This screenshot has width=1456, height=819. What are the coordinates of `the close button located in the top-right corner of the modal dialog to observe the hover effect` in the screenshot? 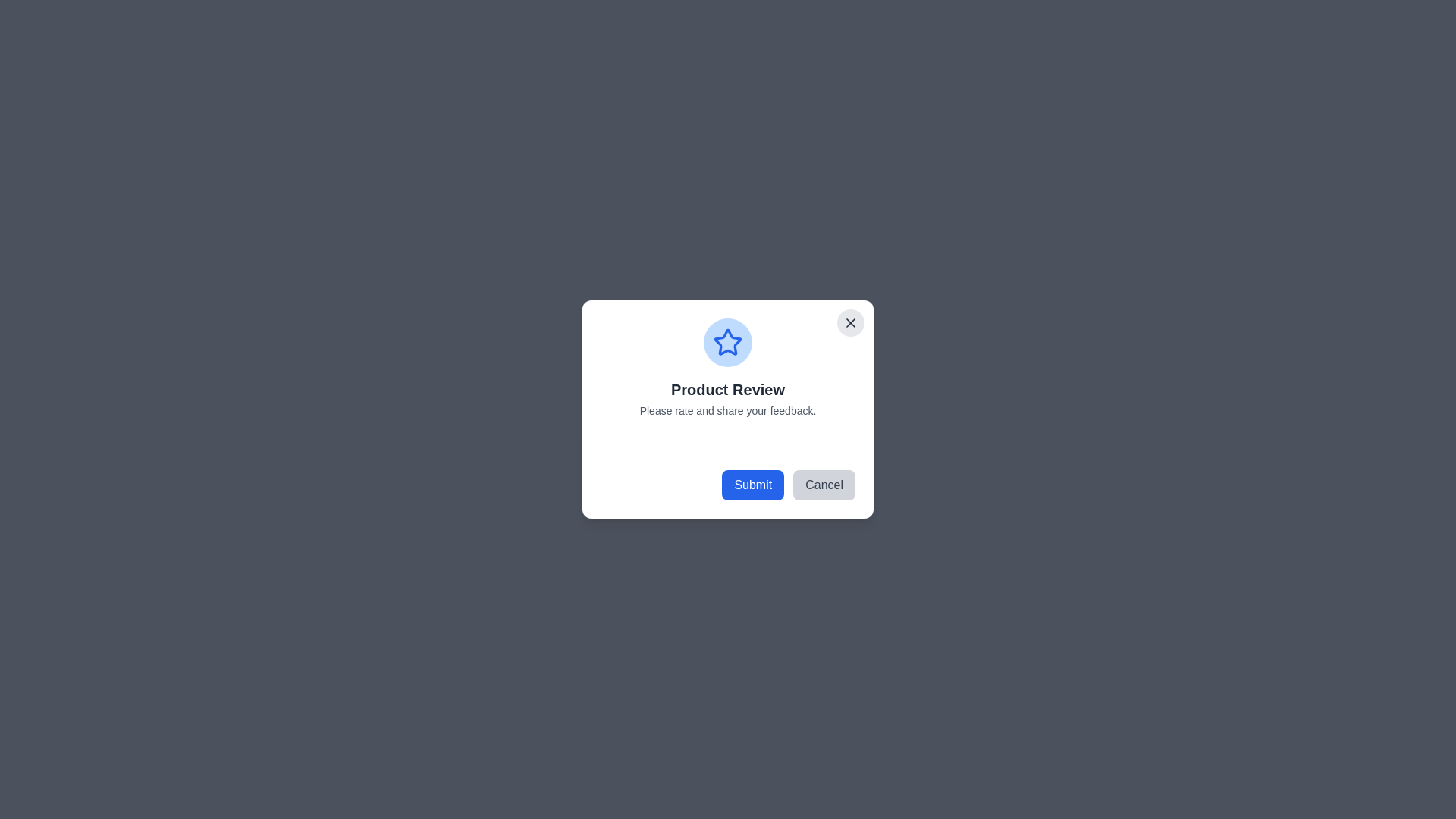 It's located at (851, 322).